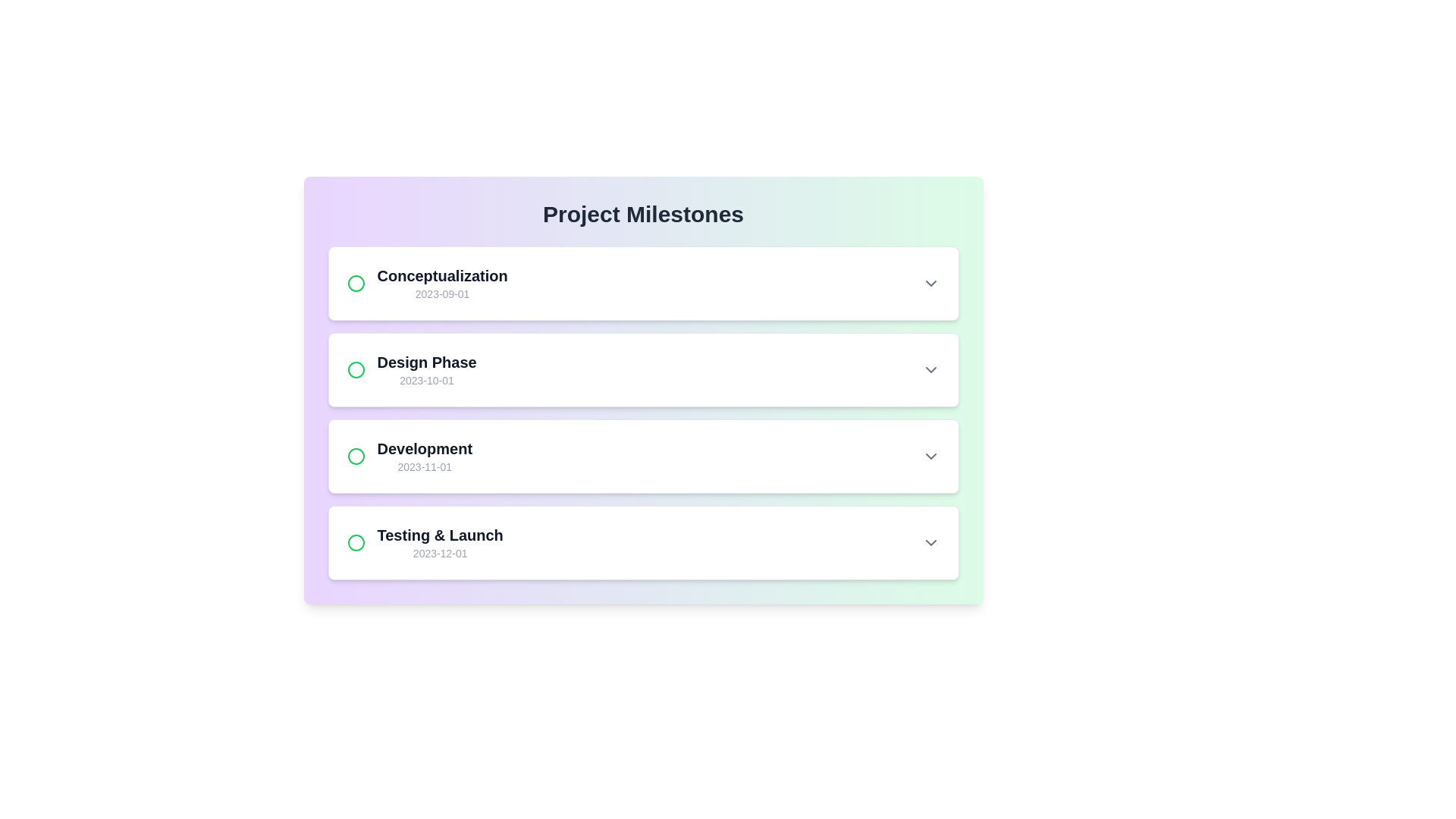 The width and height of the screenshot is (1456, 819). What do you see at coordinates (412, 370) in the screenshot?
I see `the text of the second milestone in the 'Project Milestones' section` at bounding box center [412, 370].